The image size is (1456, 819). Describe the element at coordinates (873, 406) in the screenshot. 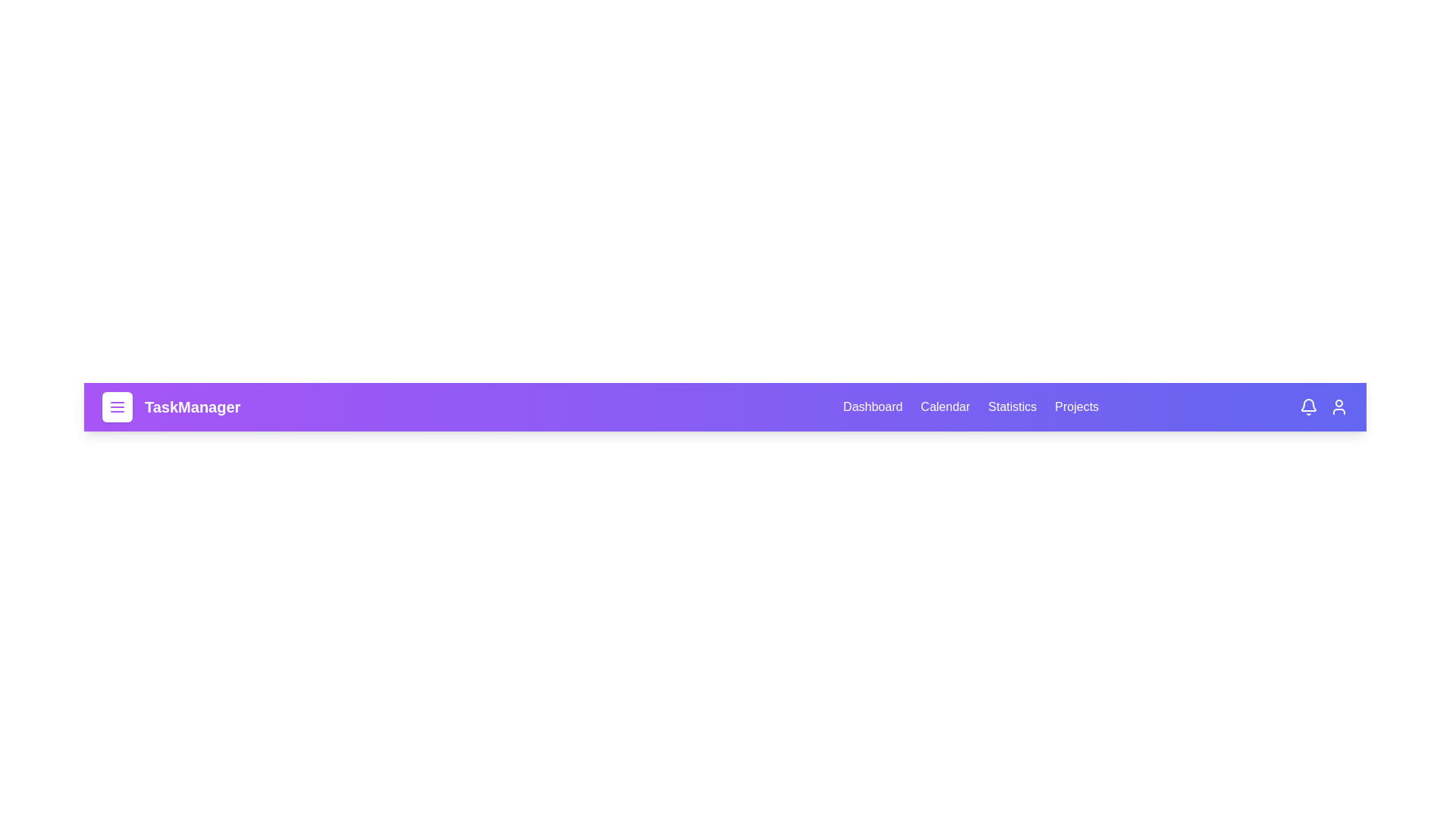

I see `the Dashboard tab to navigate to the respective section` at that location.